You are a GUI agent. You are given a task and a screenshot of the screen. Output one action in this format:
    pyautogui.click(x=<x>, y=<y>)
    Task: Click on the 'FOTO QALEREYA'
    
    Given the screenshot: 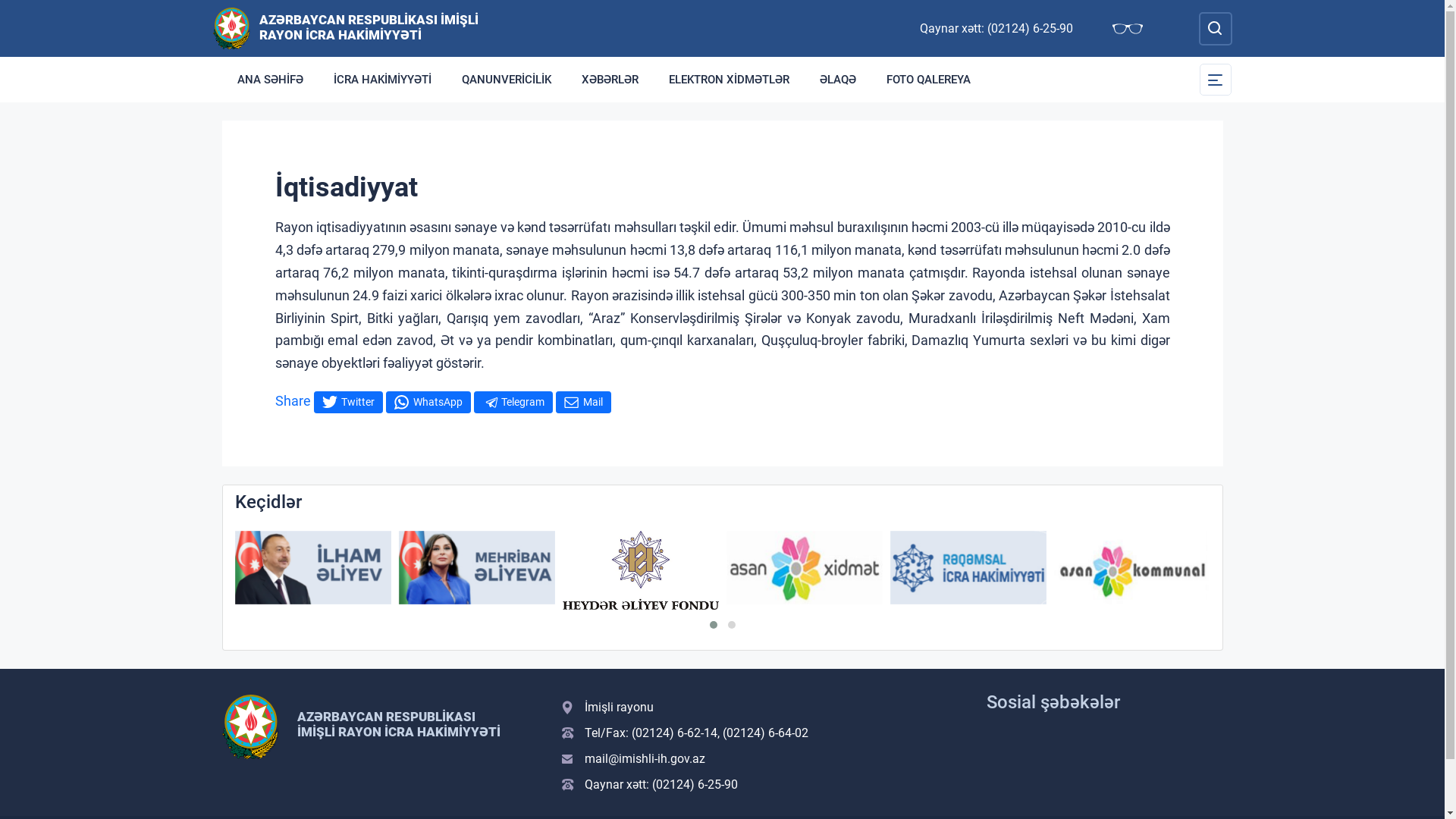 What is the action you would take?
    pyautogui.click(x=927, y=79)
    